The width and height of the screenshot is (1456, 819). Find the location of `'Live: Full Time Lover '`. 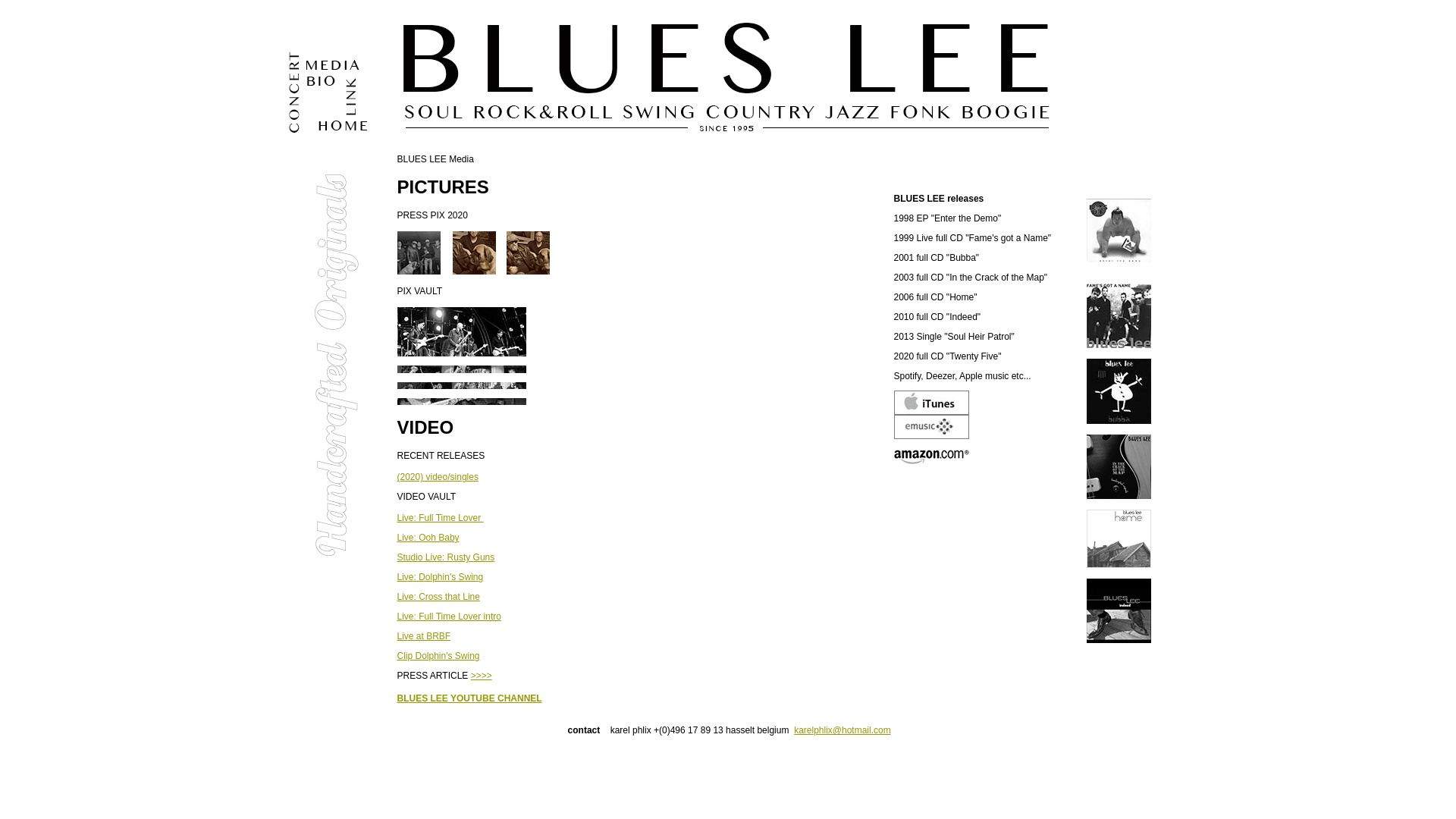

'Live: Full Time Lover ' is located at coordinates (439, 516).